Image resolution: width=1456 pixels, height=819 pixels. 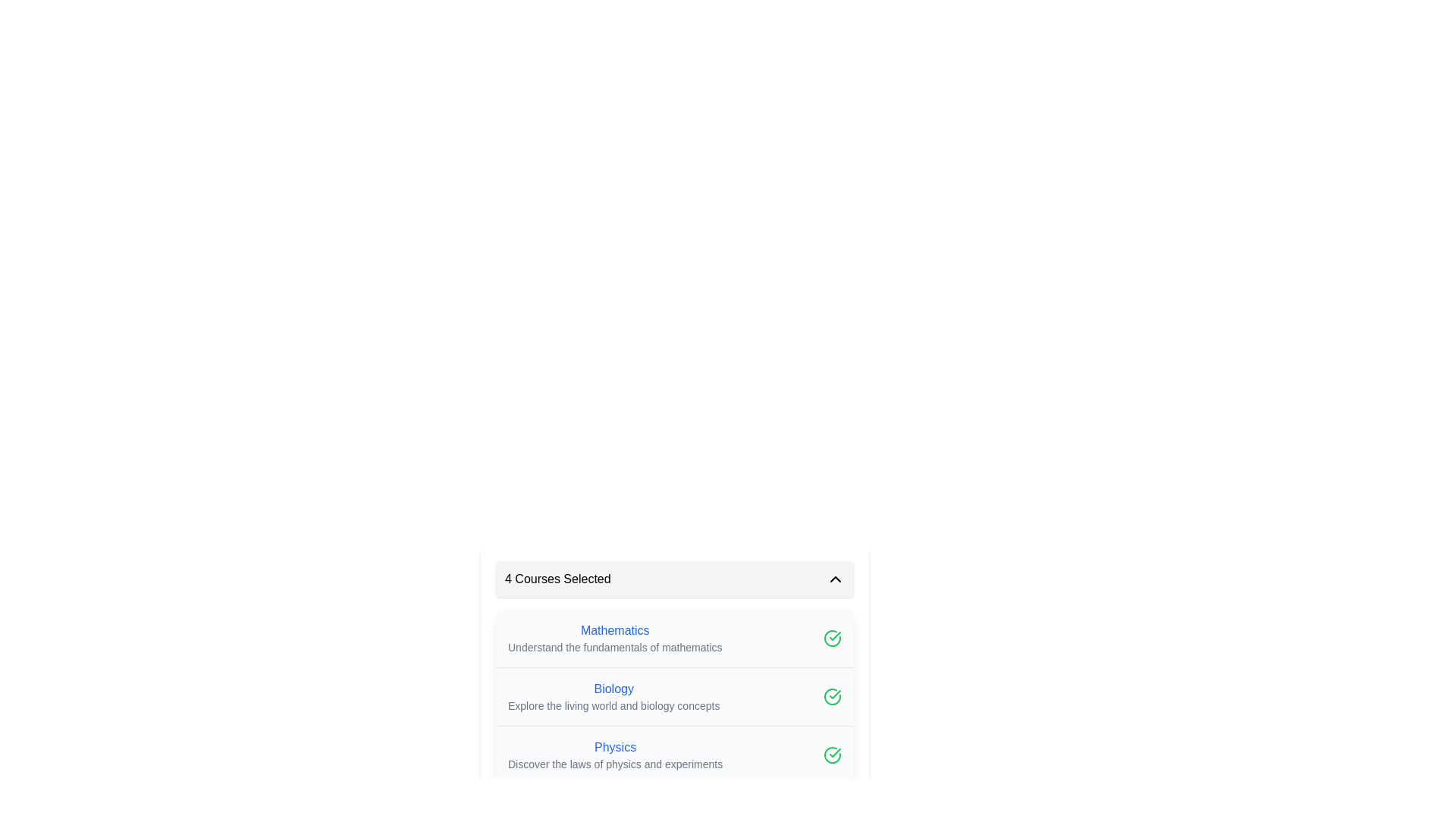 I want to click on the non-interactive static text that provides a description of the 'Physics' course, located directly below the 'Physics' title, so click(x=615, y=764).